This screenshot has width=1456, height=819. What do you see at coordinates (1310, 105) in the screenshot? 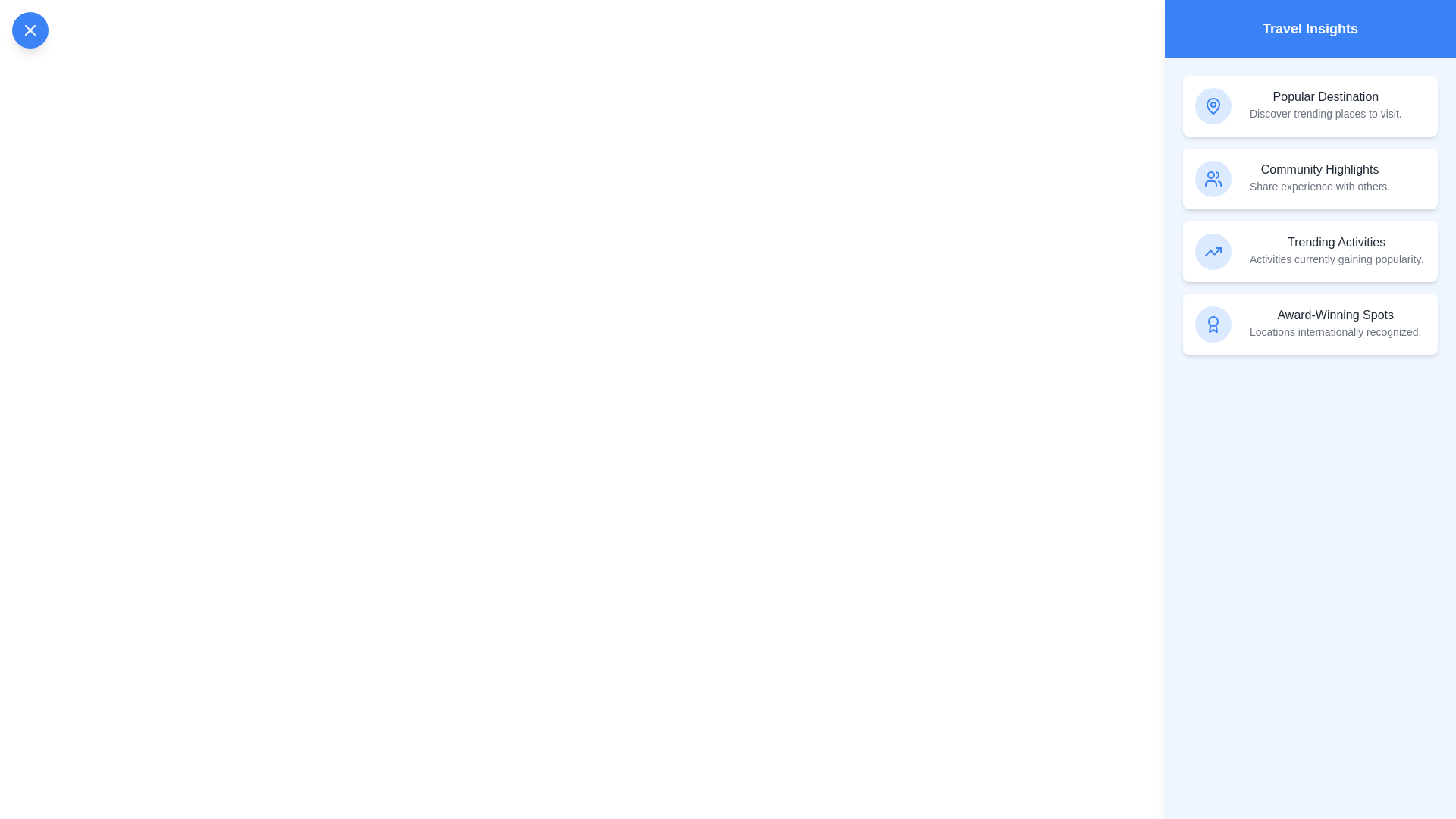
I see `the insight item labeled 'Popular Destination' to observe its hover effect` at bounding box center [1310, 105].